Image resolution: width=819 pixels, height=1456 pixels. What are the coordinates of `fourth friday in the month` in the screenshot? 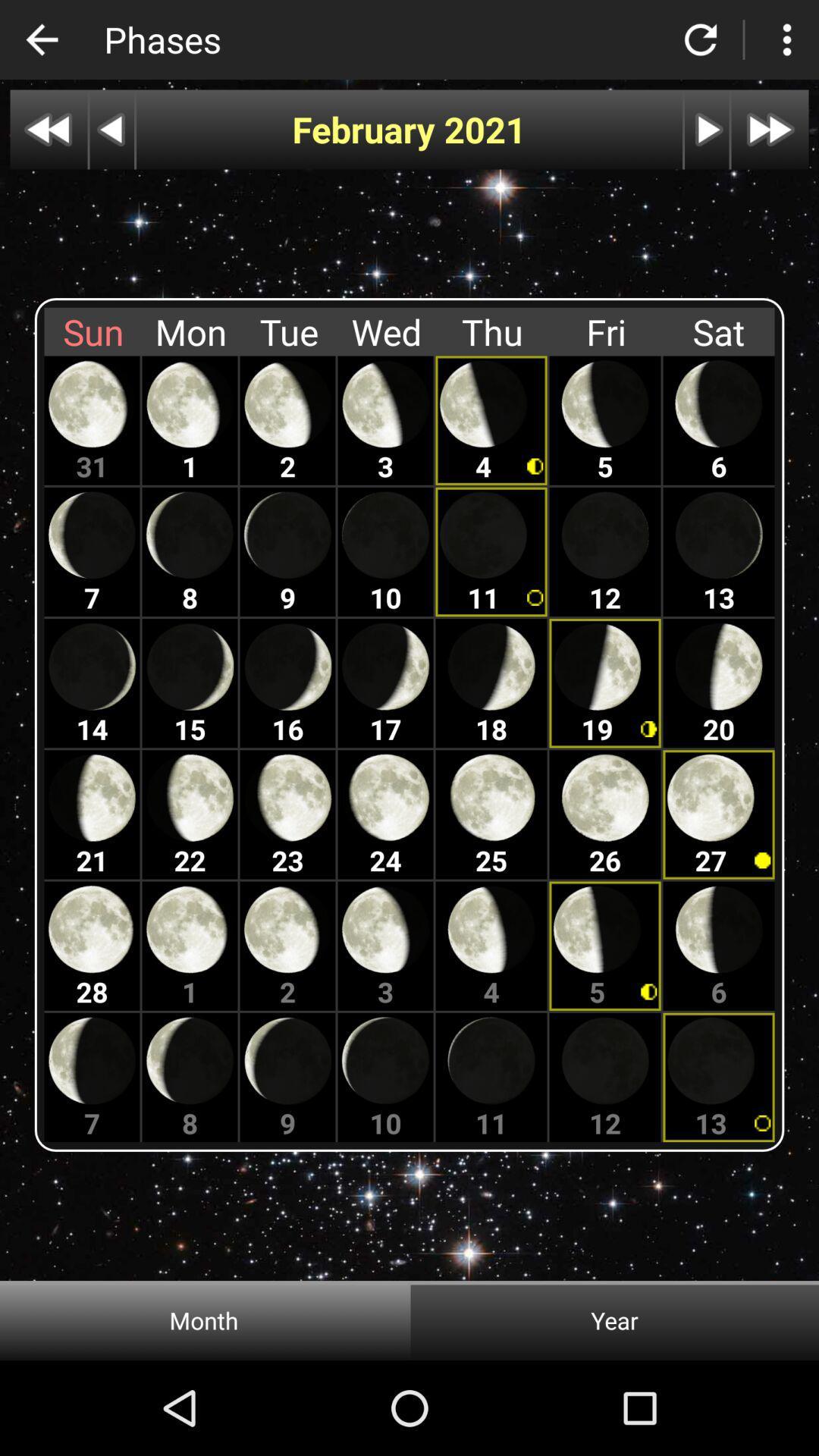 It's located at (604, 814).